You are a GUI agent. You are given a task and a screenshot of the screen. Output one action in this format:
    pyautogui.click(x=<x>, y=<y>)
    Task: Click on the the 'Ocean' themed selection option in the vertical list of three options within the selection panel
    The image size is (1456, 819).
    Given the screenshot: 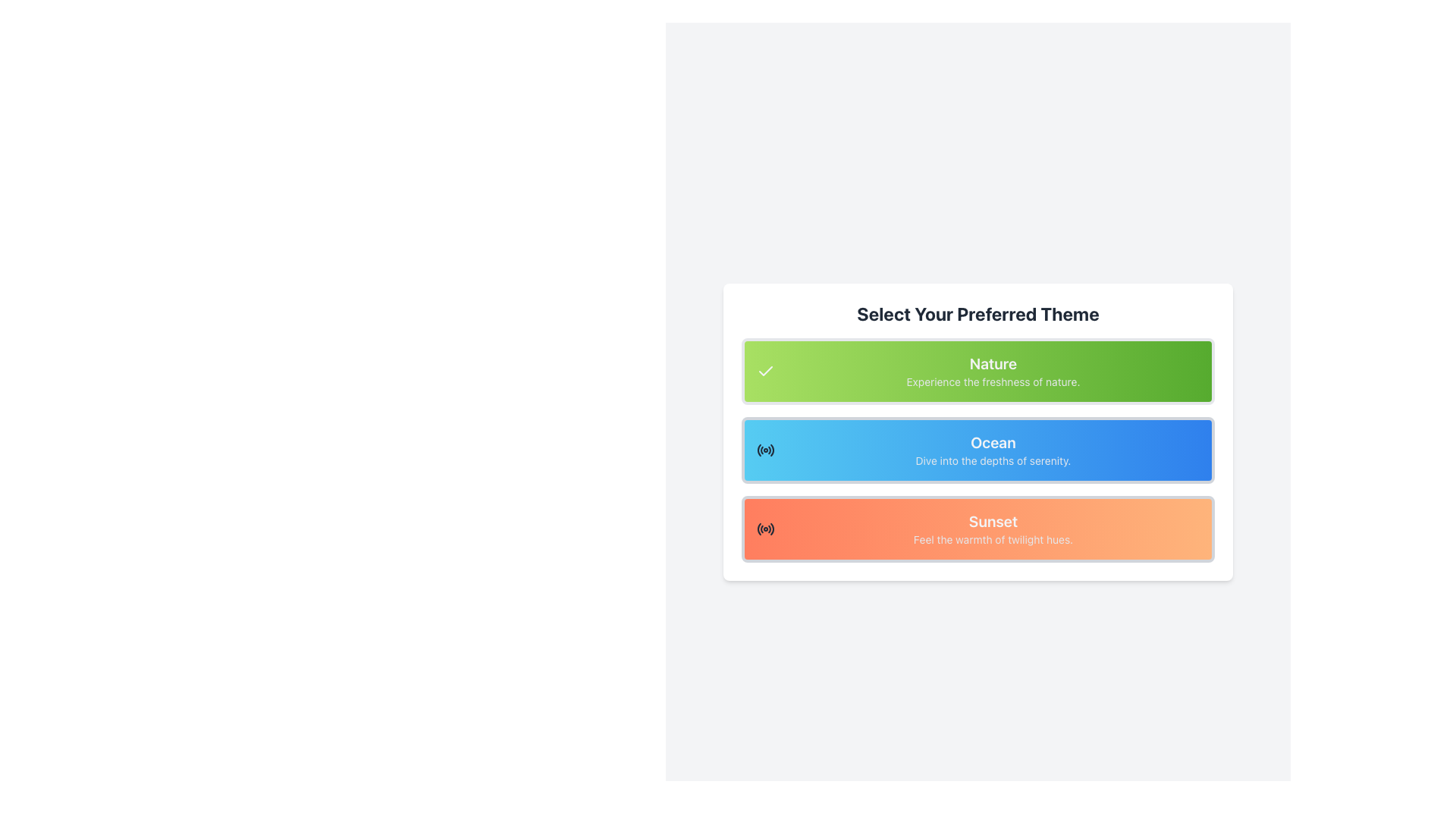 What is the action you would take?
    pyautogui.click(x=993, y=450)
    